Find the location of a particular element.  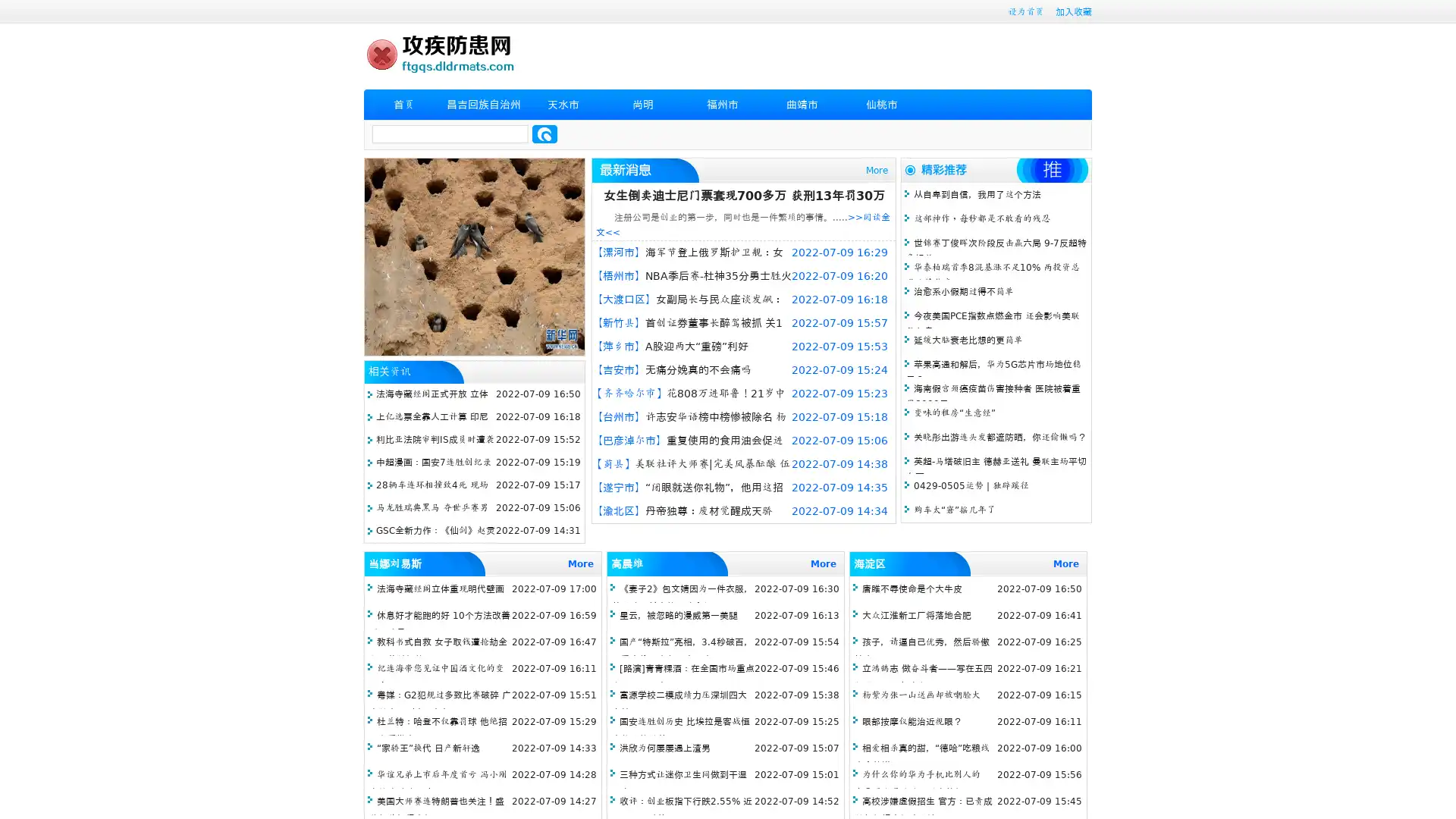

Search is located at coordinates (544, 133).